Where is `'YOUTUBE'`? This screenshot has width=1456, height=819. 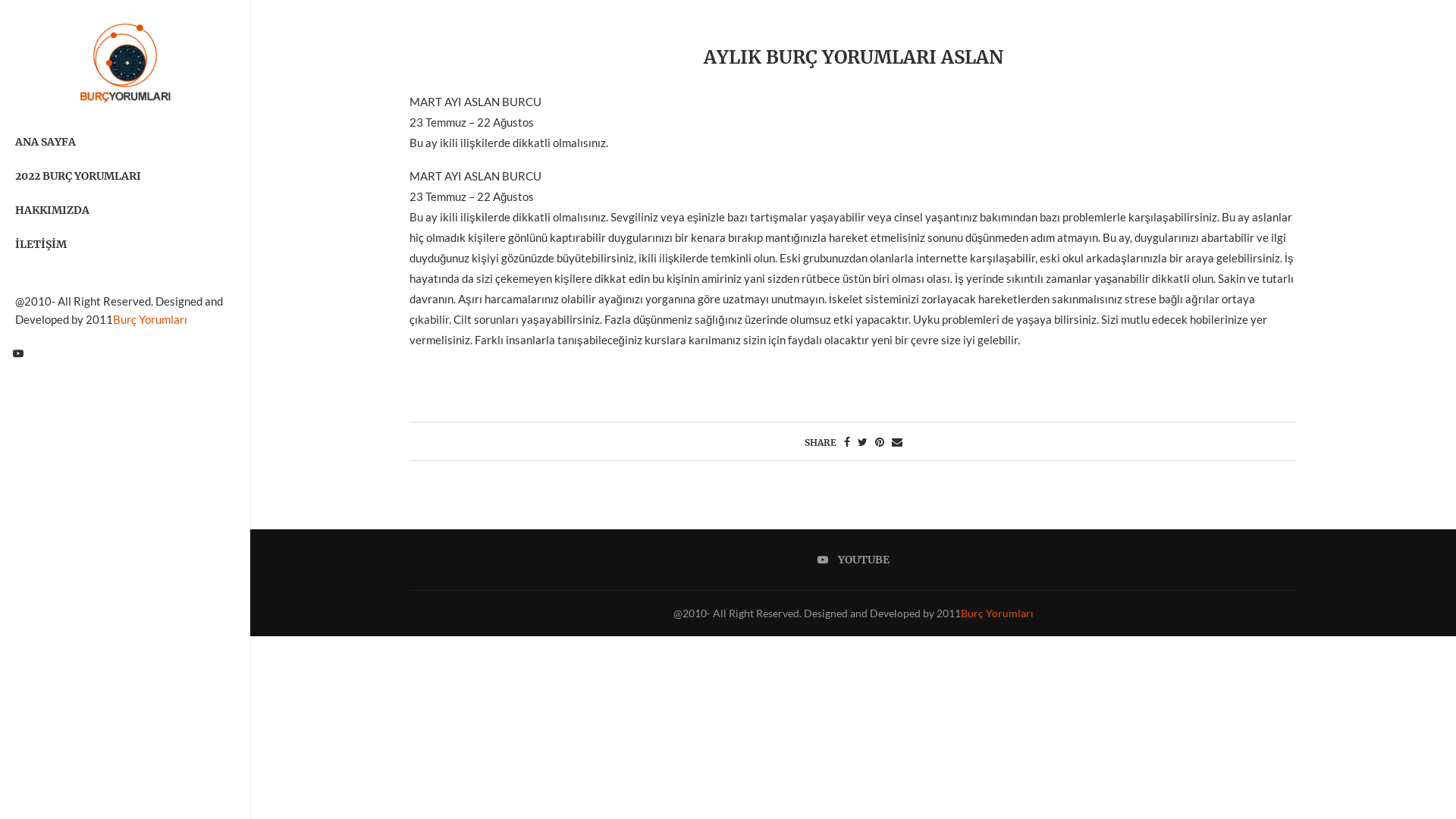 'YOUTUBE' is located at coordinates (853, 559).